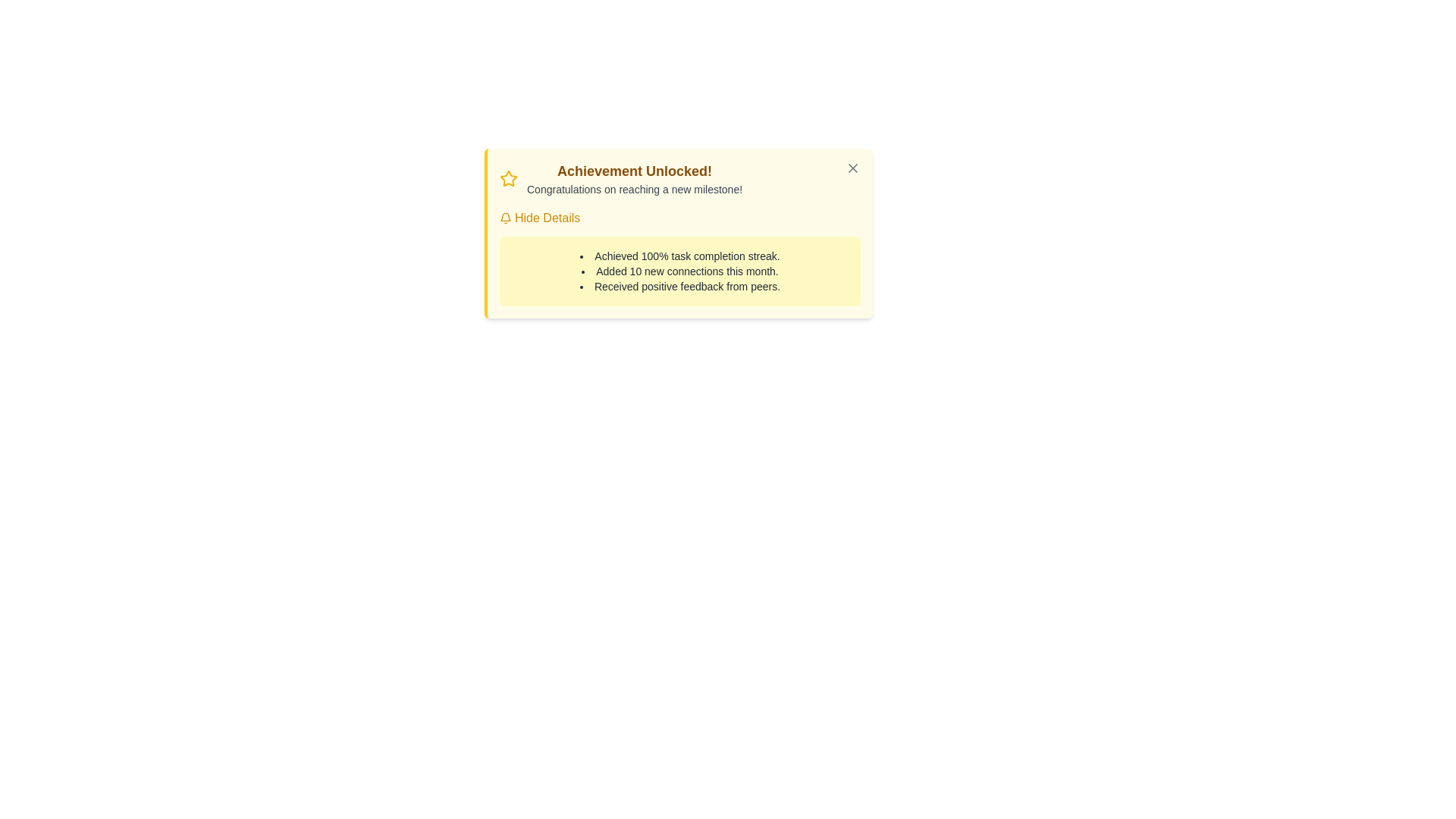  Describe the element at coordinates (509, 177) in the screenshot. I see `the star icon that signifies an achievement, located to the left of the header text 'Achievement Unlocked!' in the top-left section of the notification box` at that location.